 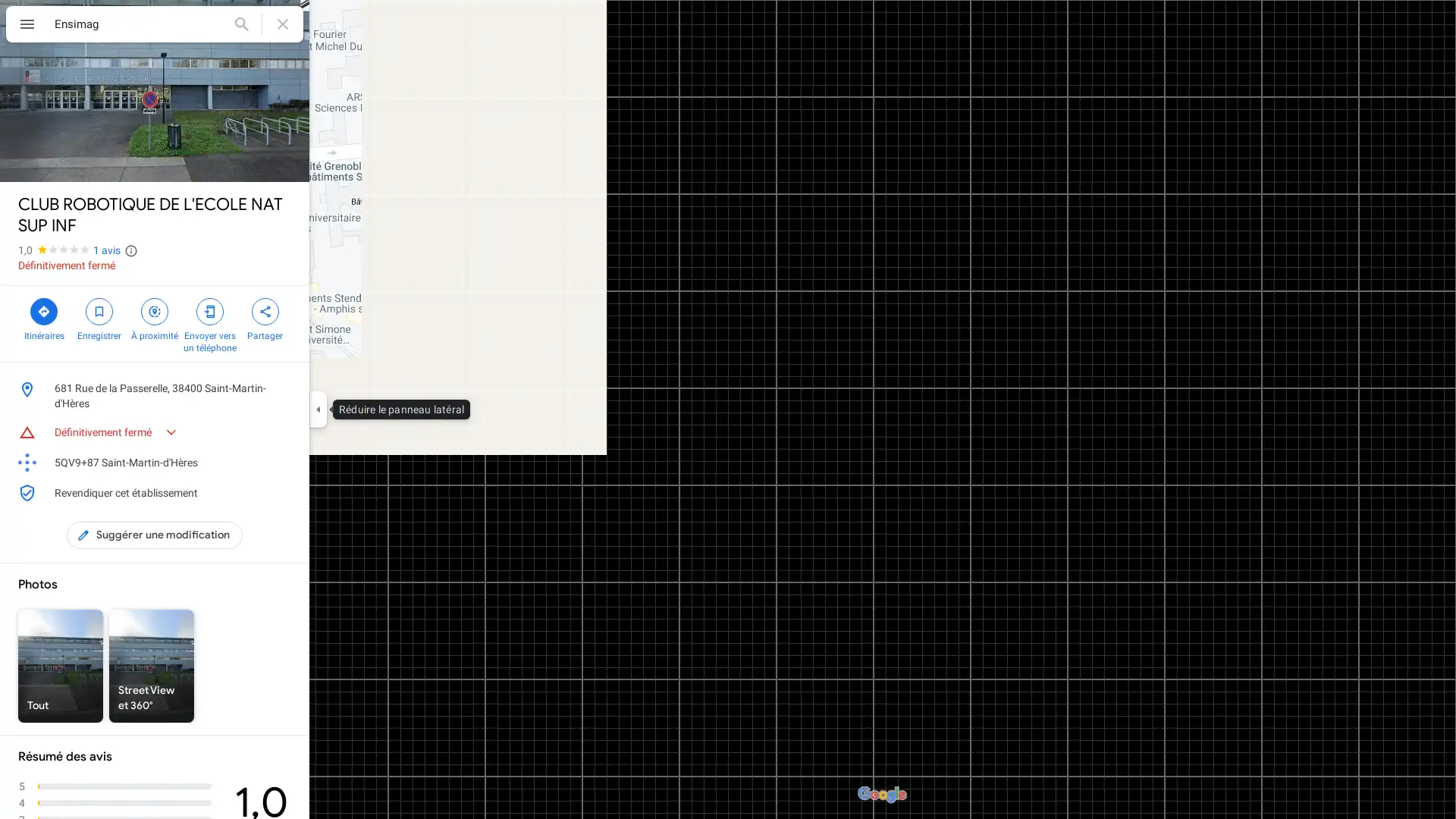 What do you see at coordinates (130, 250) in the screenshot?
I see `En savoir plus sur la mention legale concernant les avis publics sur Google Maps` at bounding box center [130, 250].